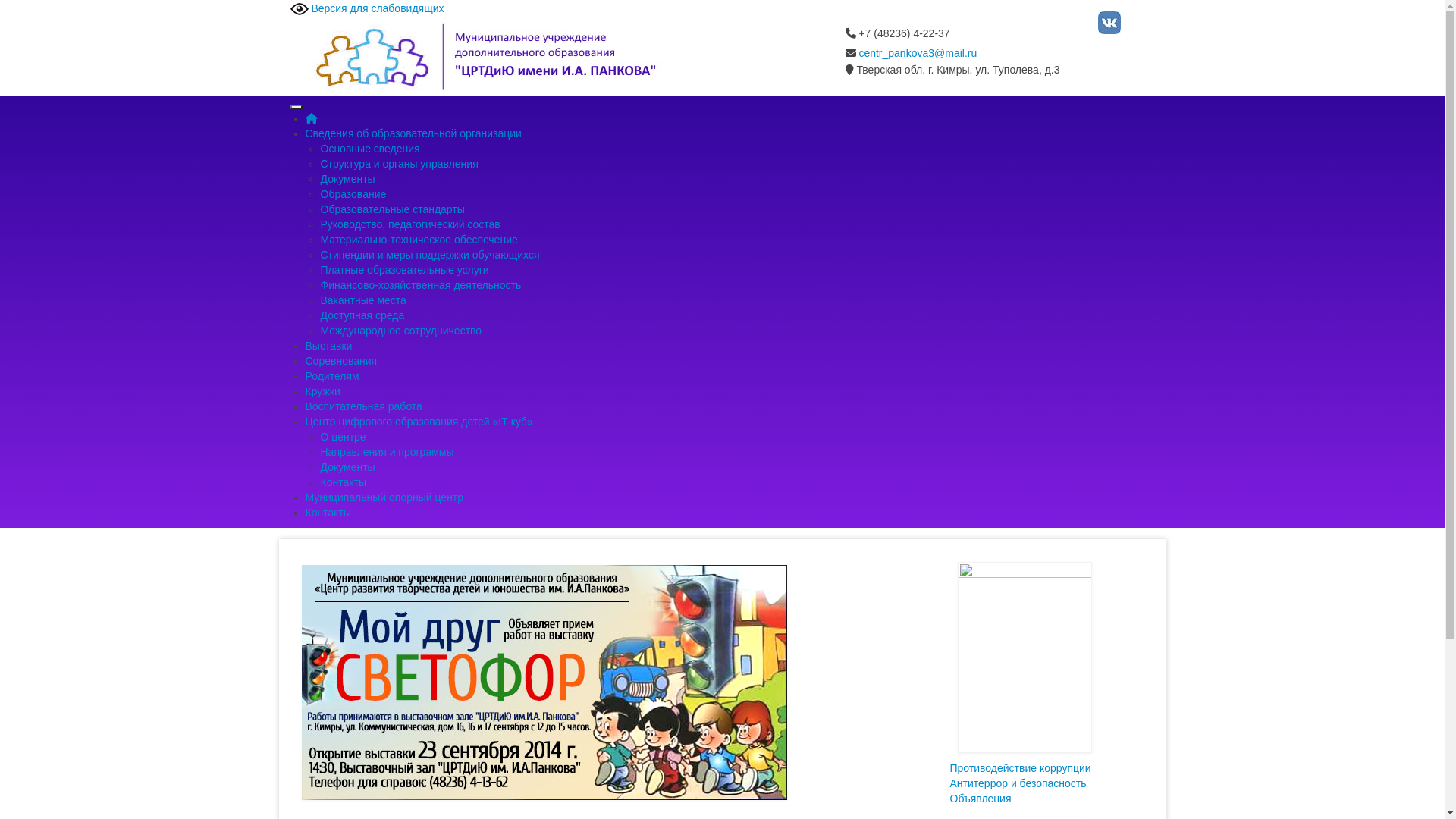  What do you see at coordinates (896, 33) in the screenshot?
I see `'+7 (48236) 4-22-37'` at bounding box center [896, 33].